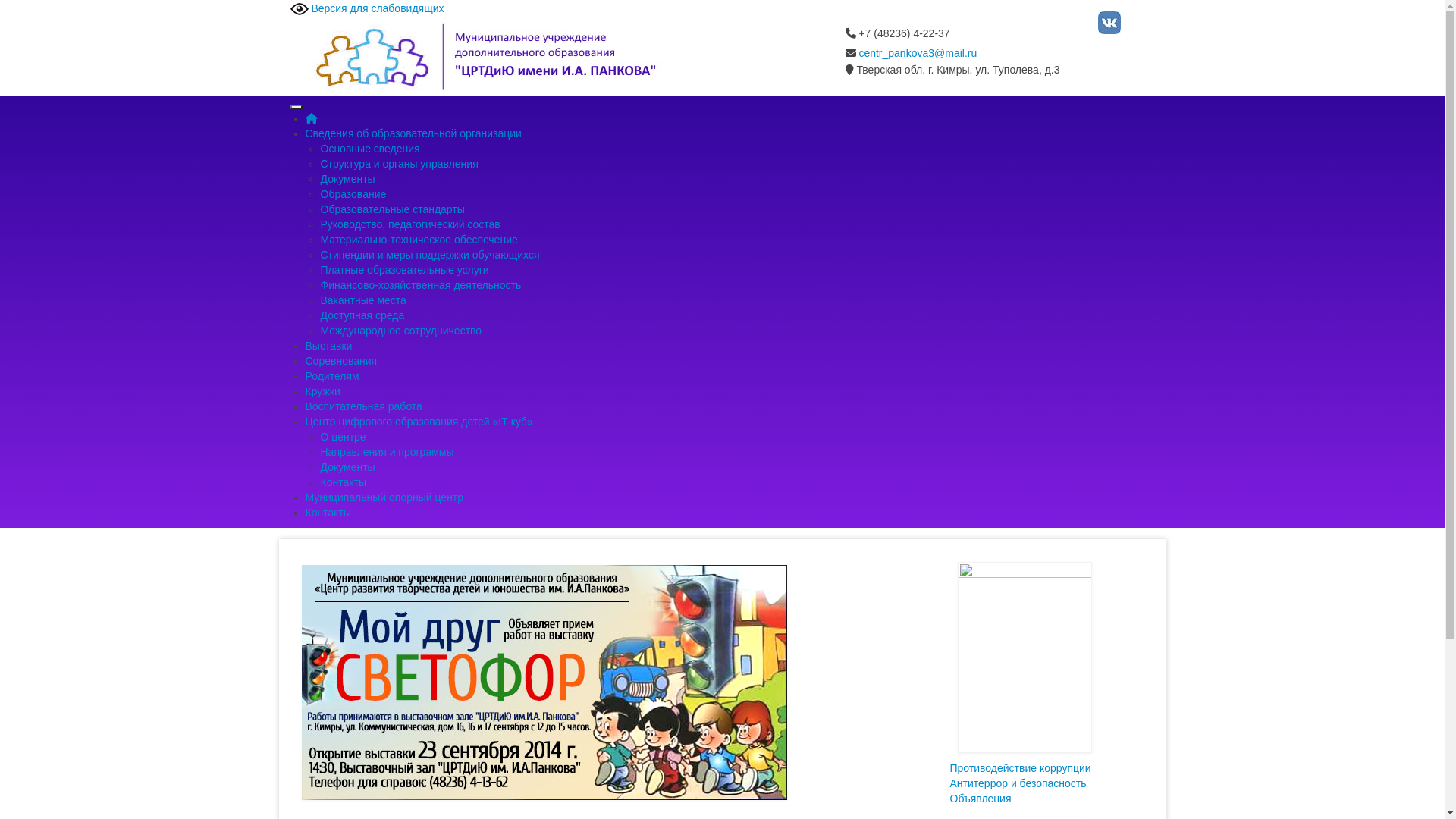  What do you see at coordinates (896, 33) in the screenshot?
I see `'+7 (48236) 4-22-37'` at bounding box center [896, 33].